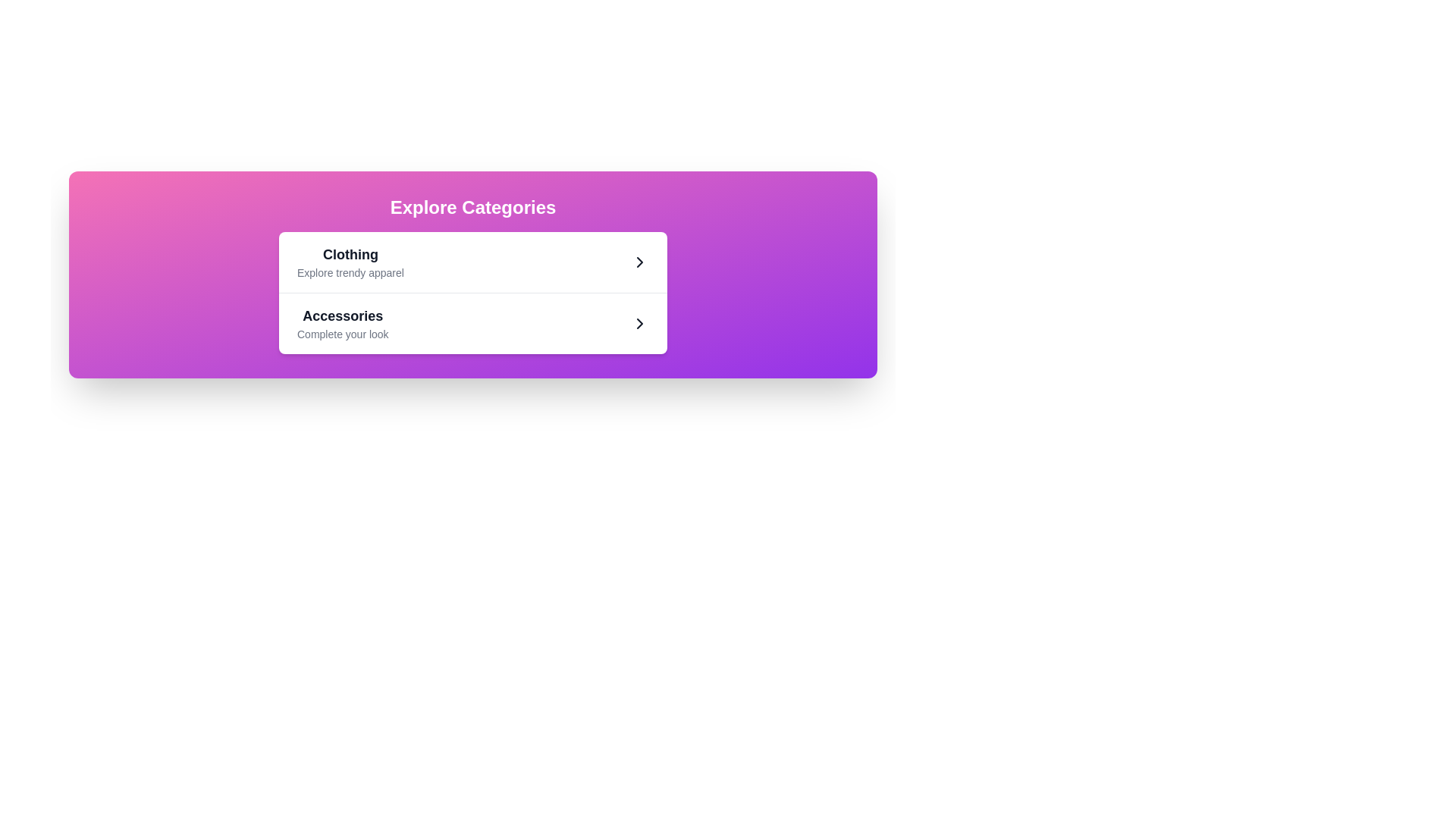 The image size is (1456, 819). I want to click on the bold text 'Accessories', so click(342, 315).